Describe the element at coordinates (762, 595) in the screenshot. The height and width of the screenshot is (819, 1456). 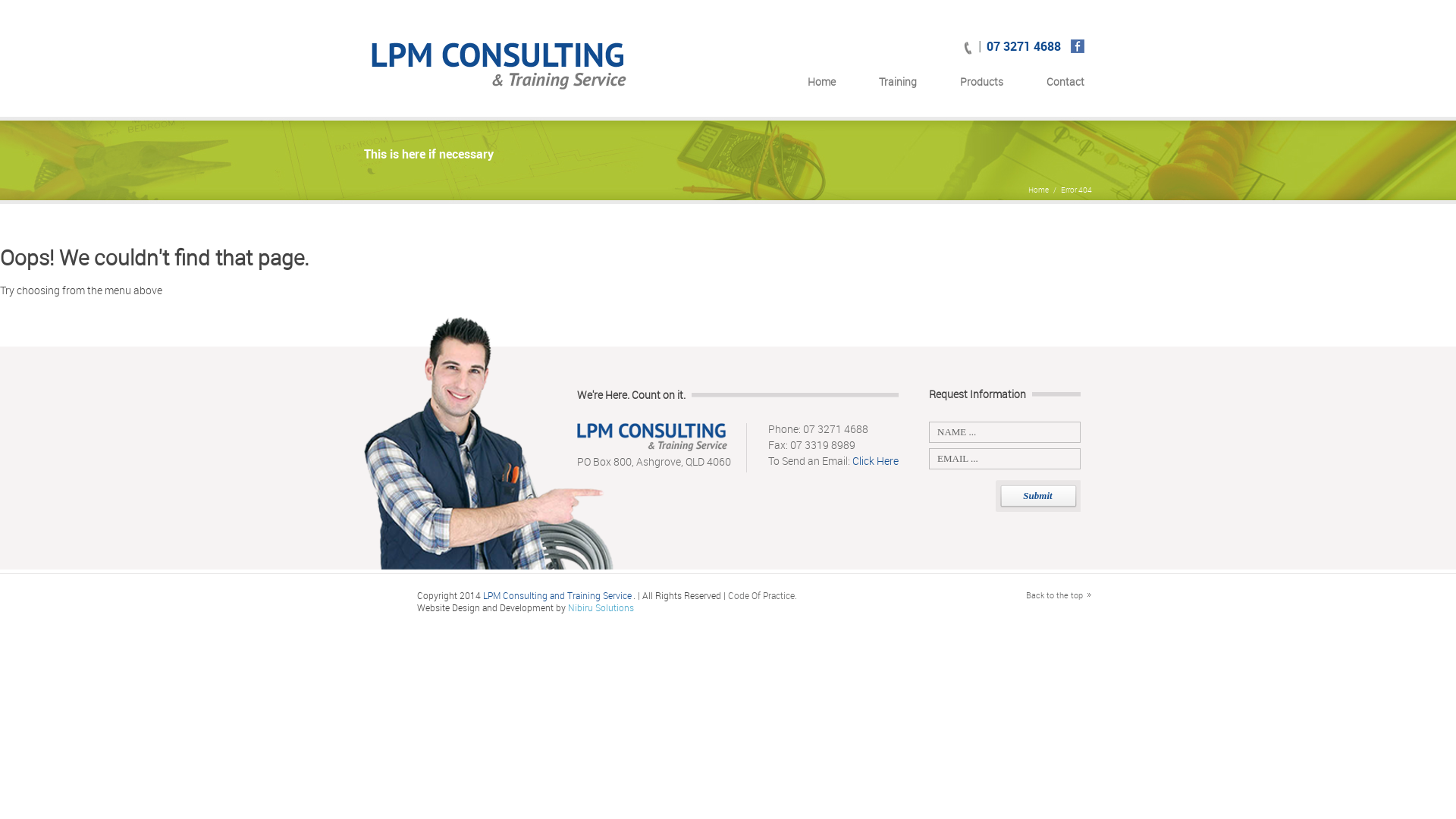
I see `'Code Of Practice.'` at that location.